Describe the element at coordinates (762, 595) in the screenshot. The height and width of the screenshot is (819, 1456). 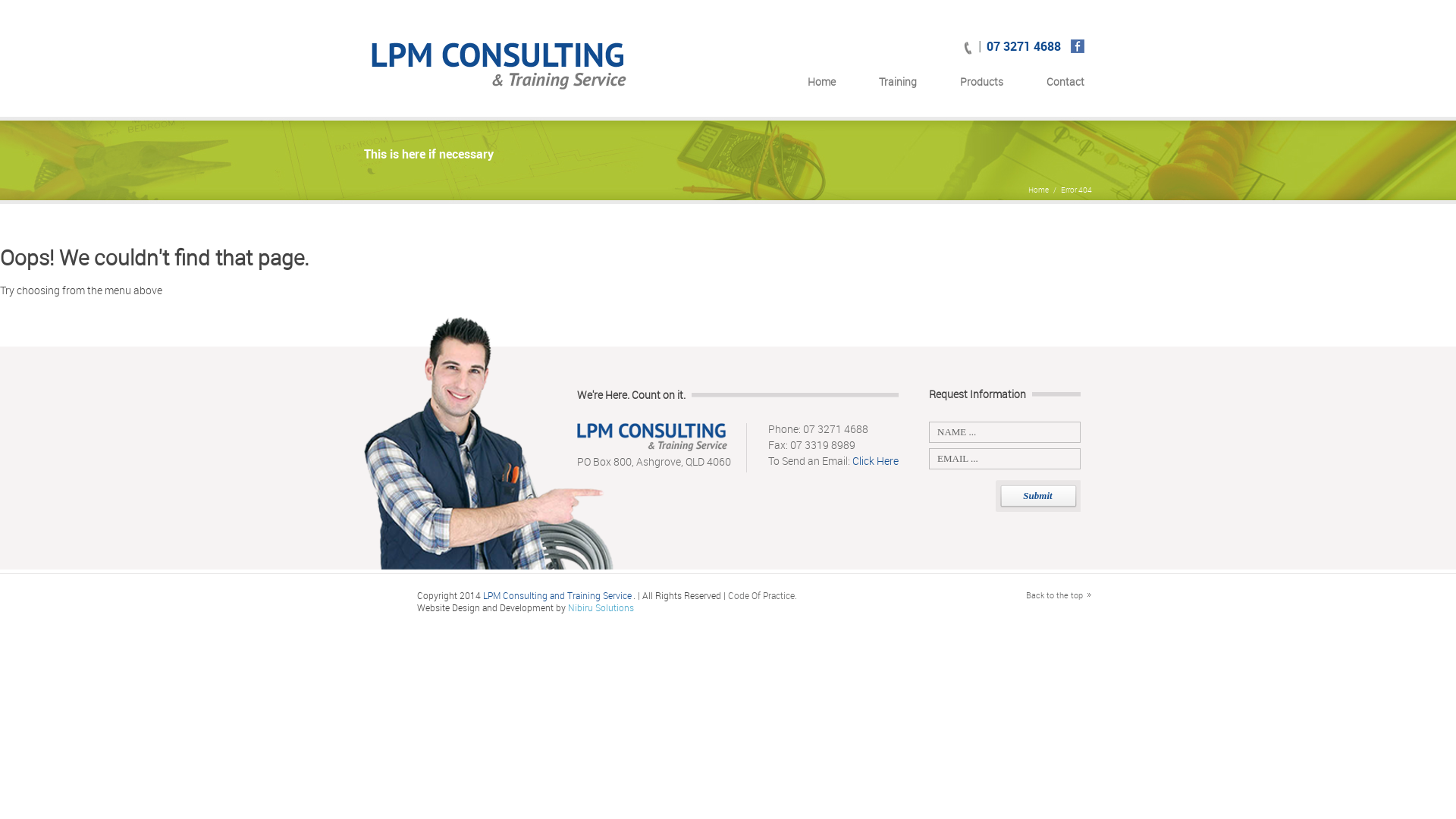
I see `'Code Of Practice.'` at that location.